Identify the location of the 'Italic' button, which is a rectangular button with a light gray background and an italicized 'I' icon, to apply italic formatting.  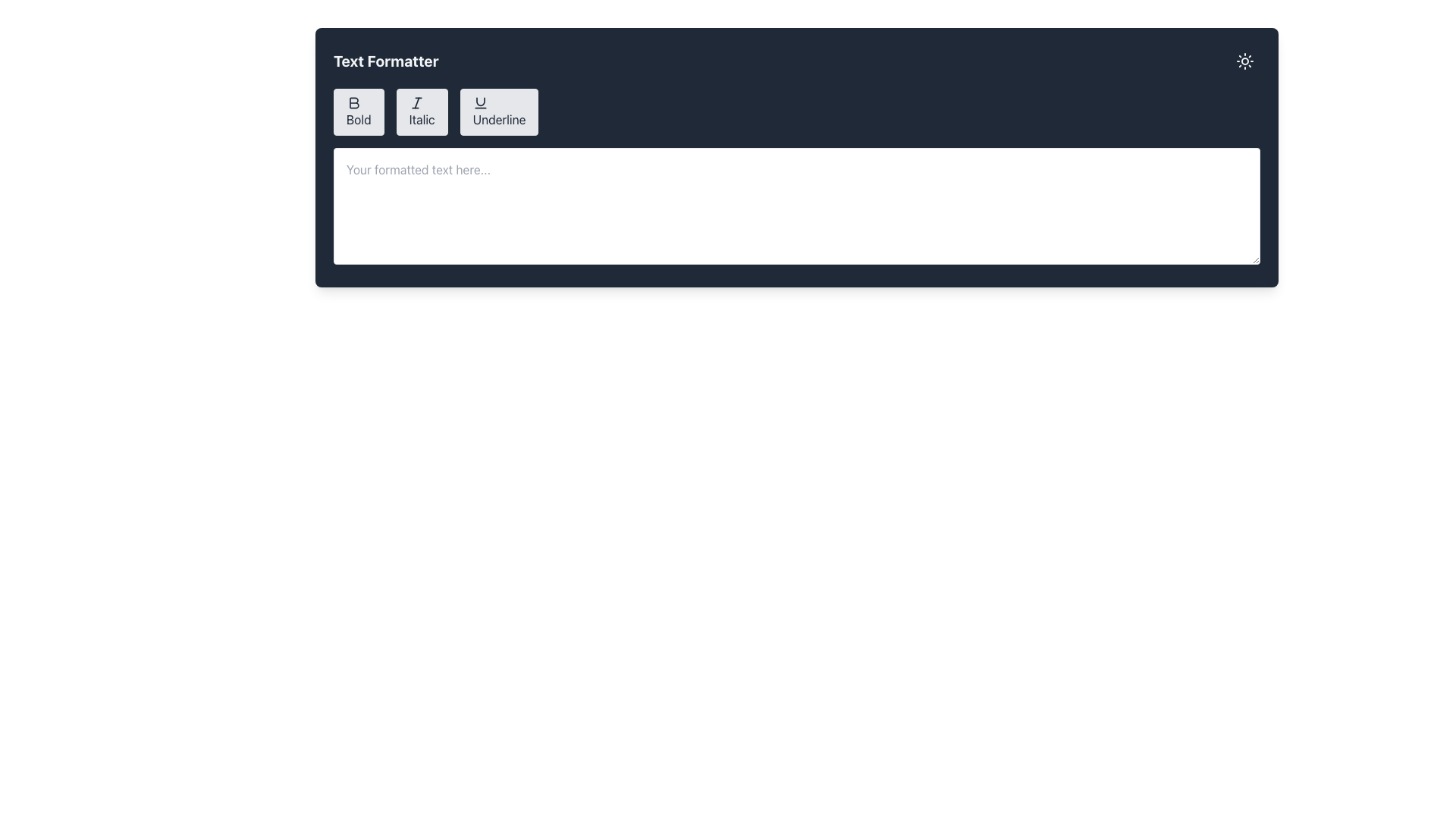
(422, 111).